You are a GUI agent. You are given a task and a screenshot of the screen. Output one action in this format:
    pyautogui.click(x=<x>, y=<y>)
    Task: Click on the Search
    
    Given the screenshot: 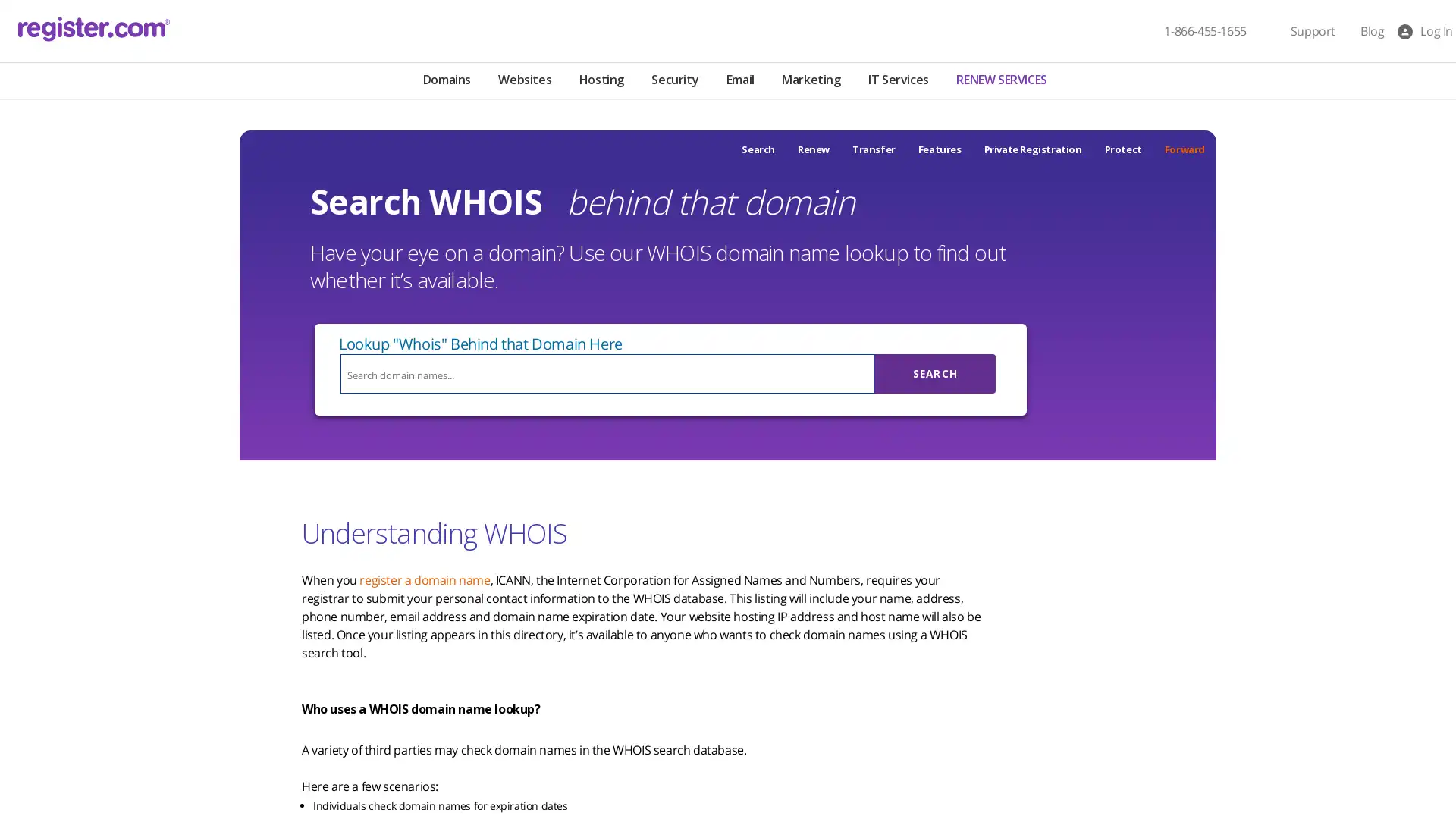 What is the action you would take?
    pyautogui.click(x=934, y=374)
    